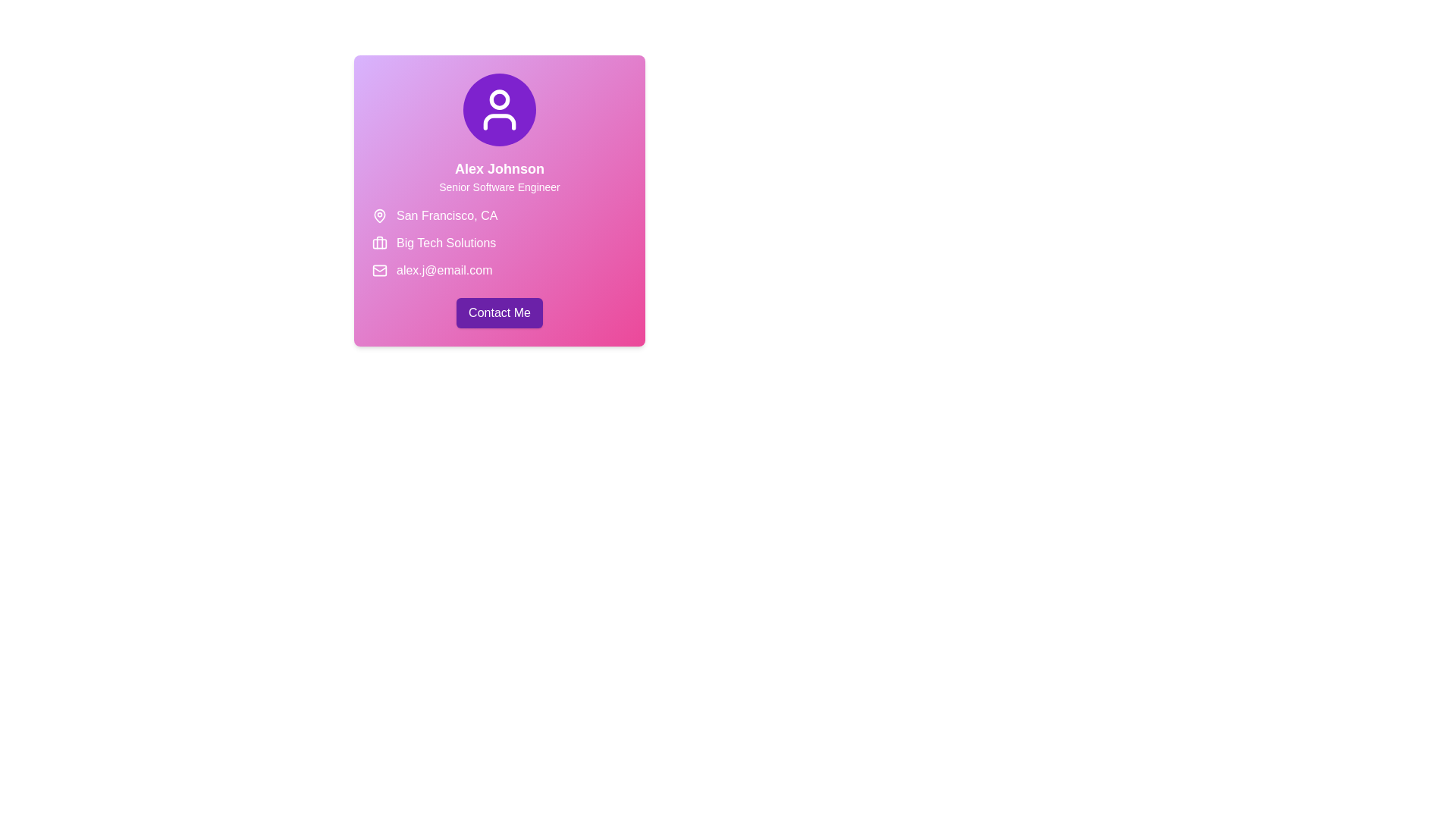 This screenshot has width=1456, height=819. Describe the element at coordinates (444, 270) in the screenshot. I see `email address displayed in the text label showing 'alex.j@email.com' with white text on a pink gradient background` at that location.